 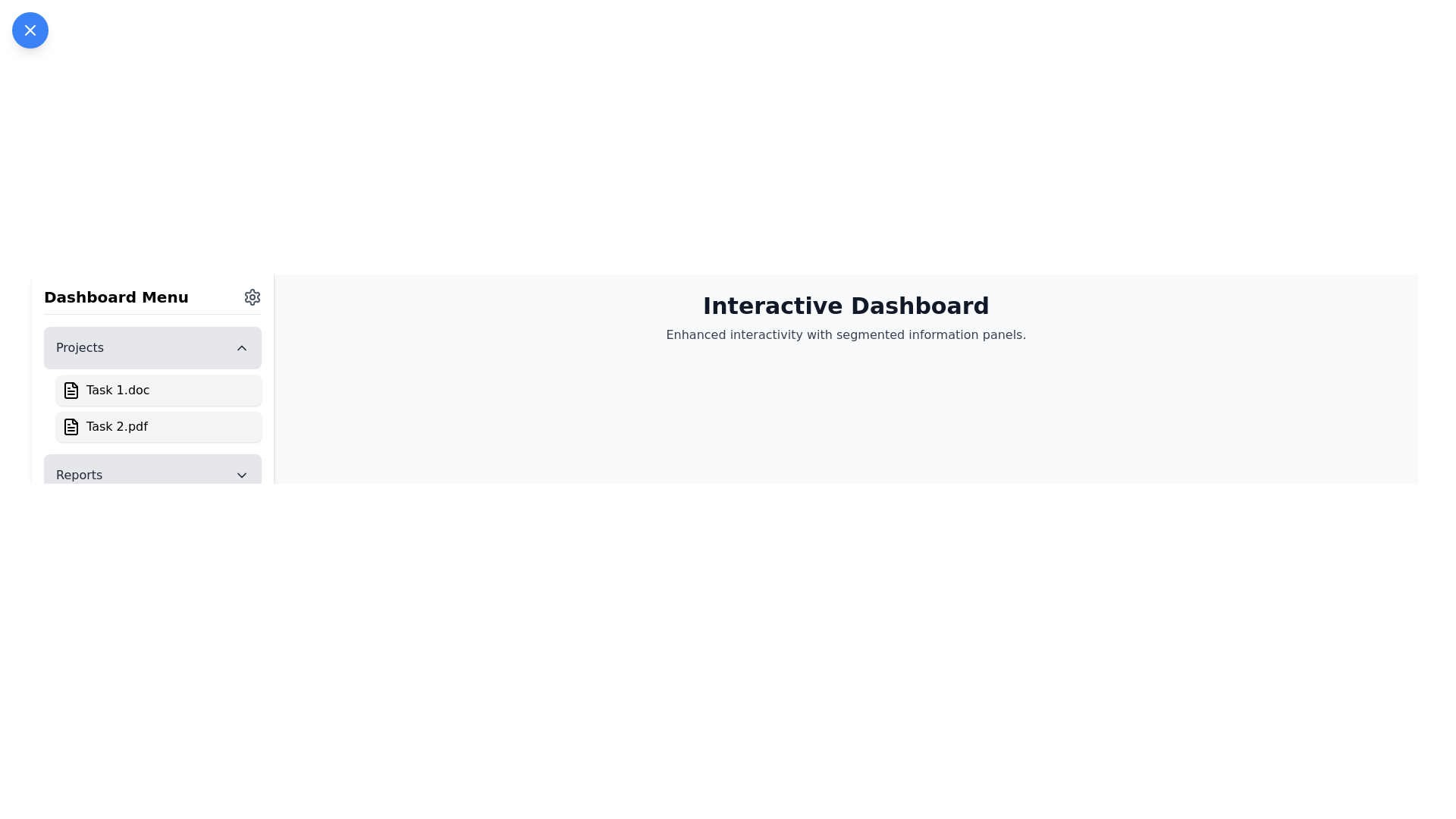 I want to click on the static text label 'Projects' which is displayed in a dark gray font within a light gray rounded rectangle background, located in the 'Dashboard Menu' sidebar, so click(x=79, y=348).